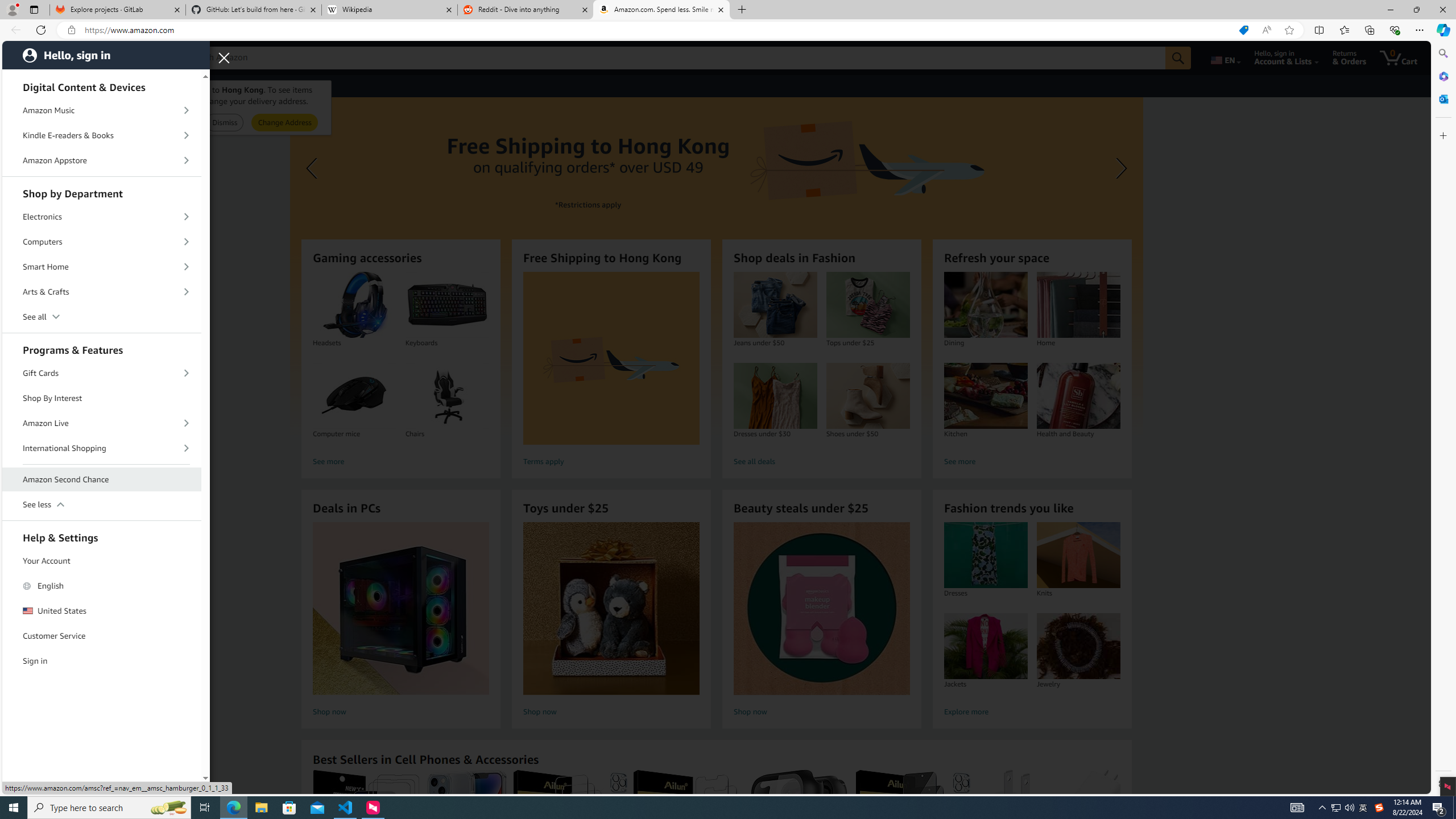  Describe the element at coordinates (102, 448) in the screenshot. I see `'International Shopping'` at that location.